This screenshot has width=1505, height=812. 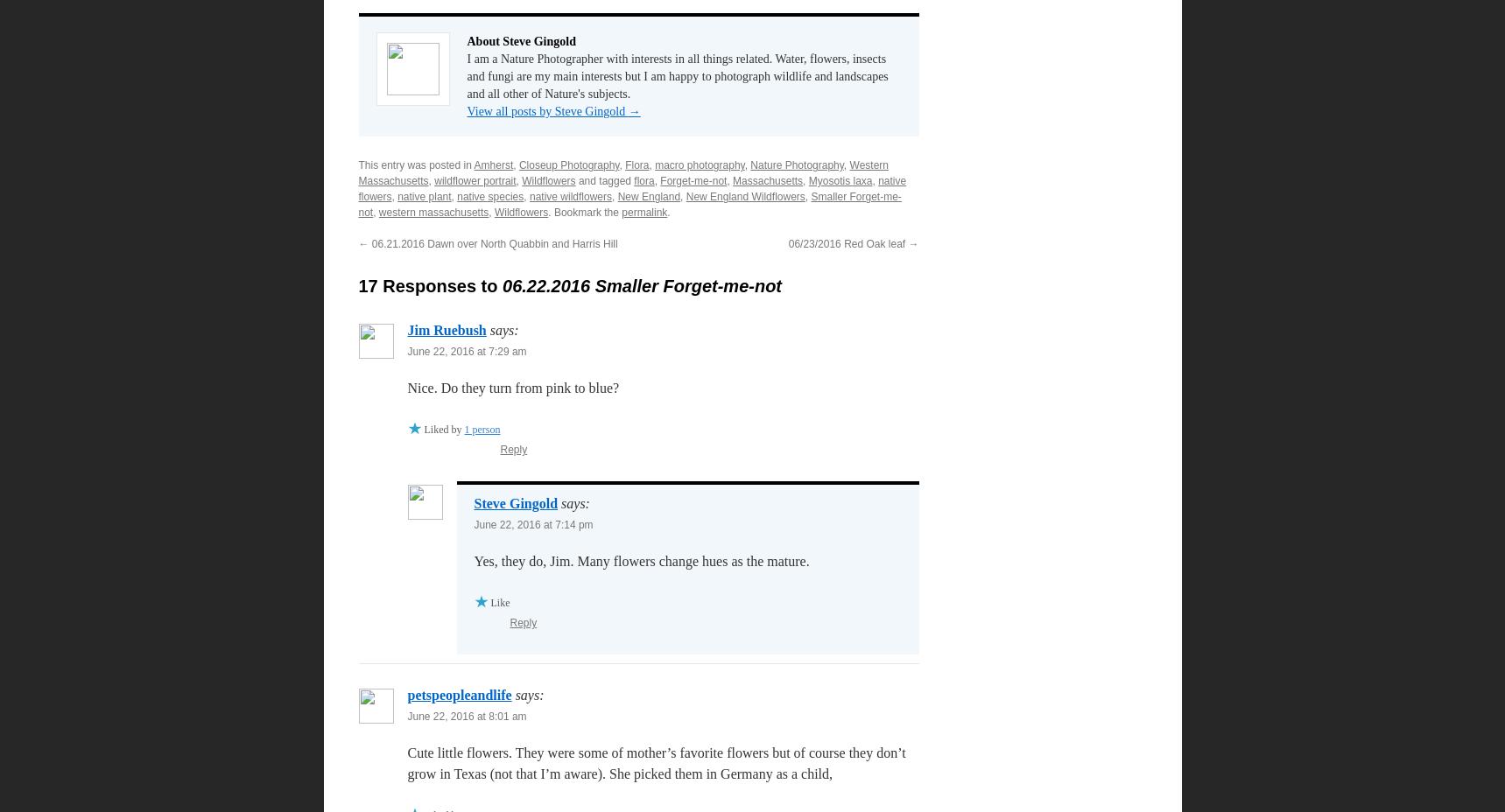 I want to click on 'Like', so click(x=490, y=603).